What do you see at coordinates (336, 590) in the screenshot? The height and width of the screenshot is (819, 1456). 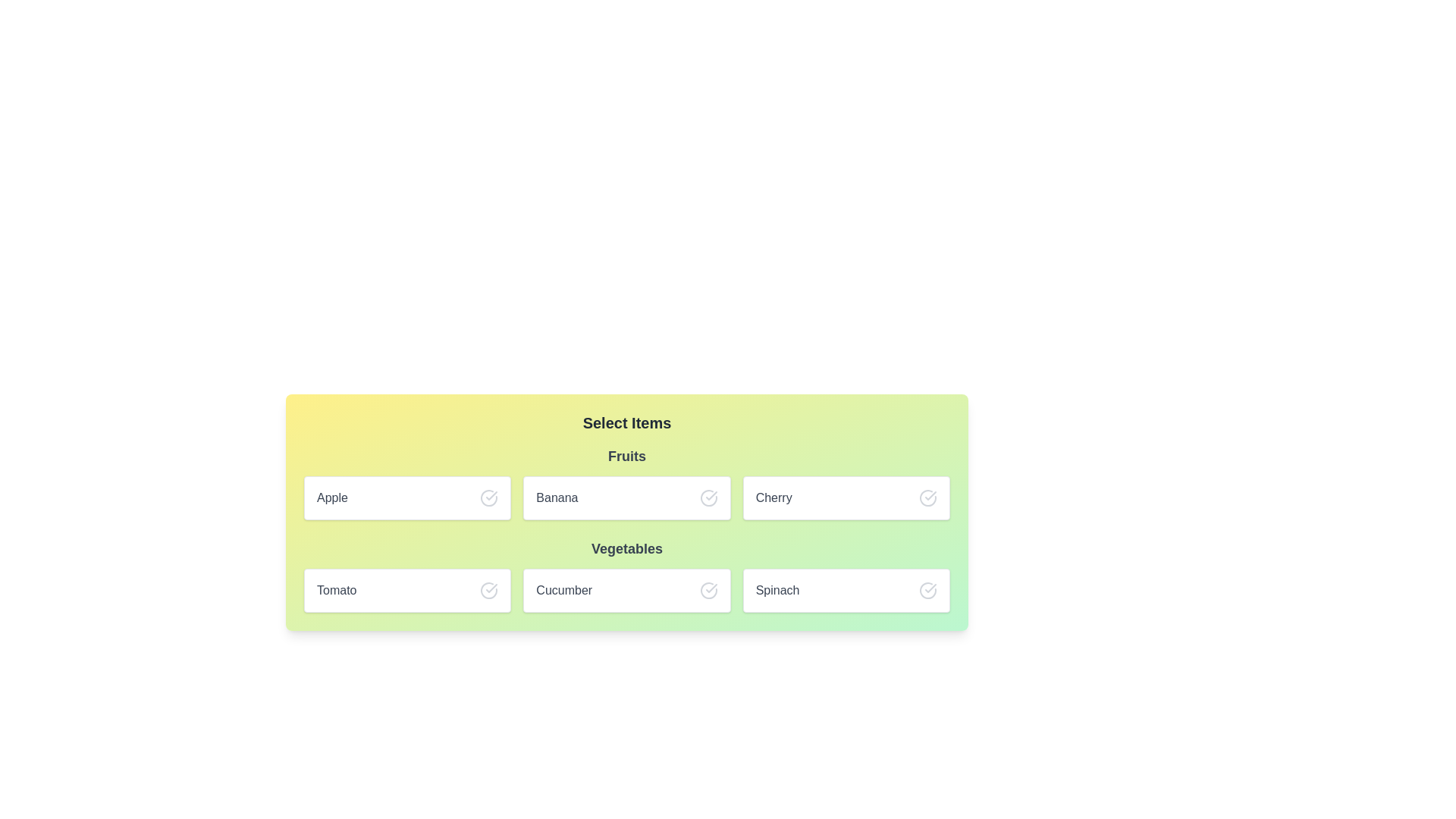 I see `'Tomato' text label located in the bottom-left card of a two-by-three grid, centered inside a rectangular white card with rounded corners and a shadow` at bounding box center [336, 590].